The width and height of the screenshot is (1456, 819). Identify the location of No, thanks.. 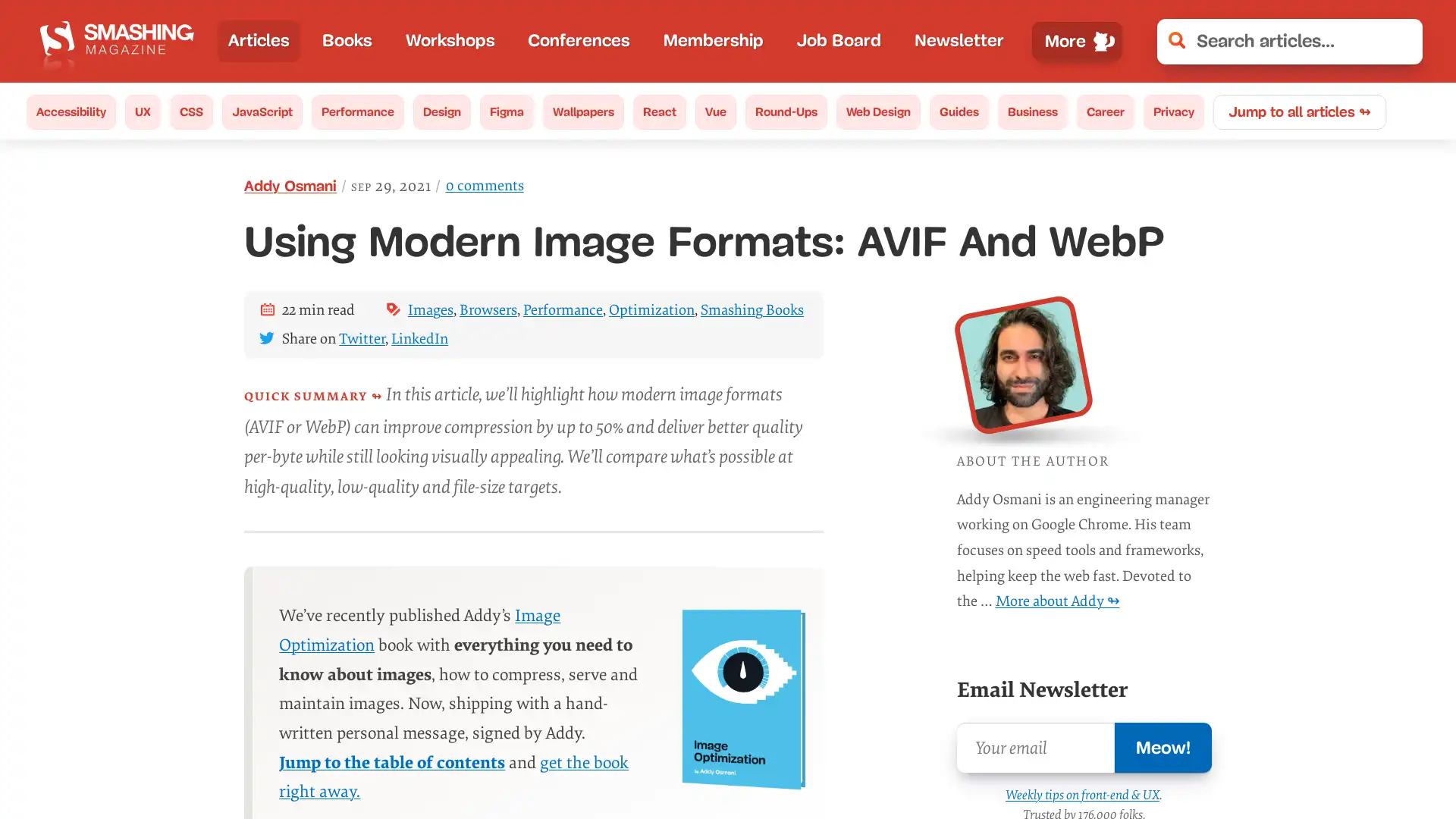
(1194, 756).